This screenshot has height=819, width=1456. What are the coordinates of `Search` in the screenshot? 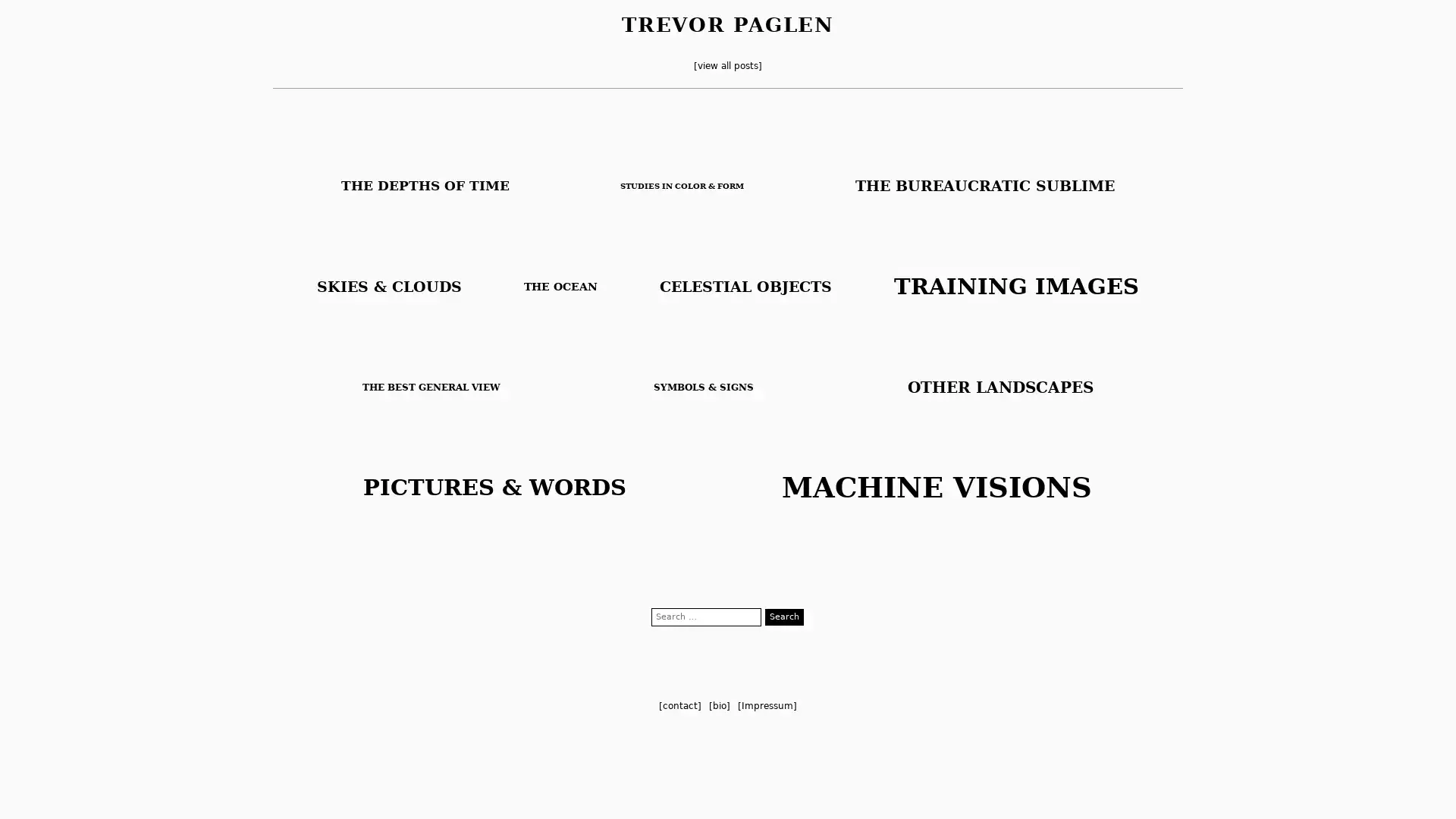 It's located at (784, 617).